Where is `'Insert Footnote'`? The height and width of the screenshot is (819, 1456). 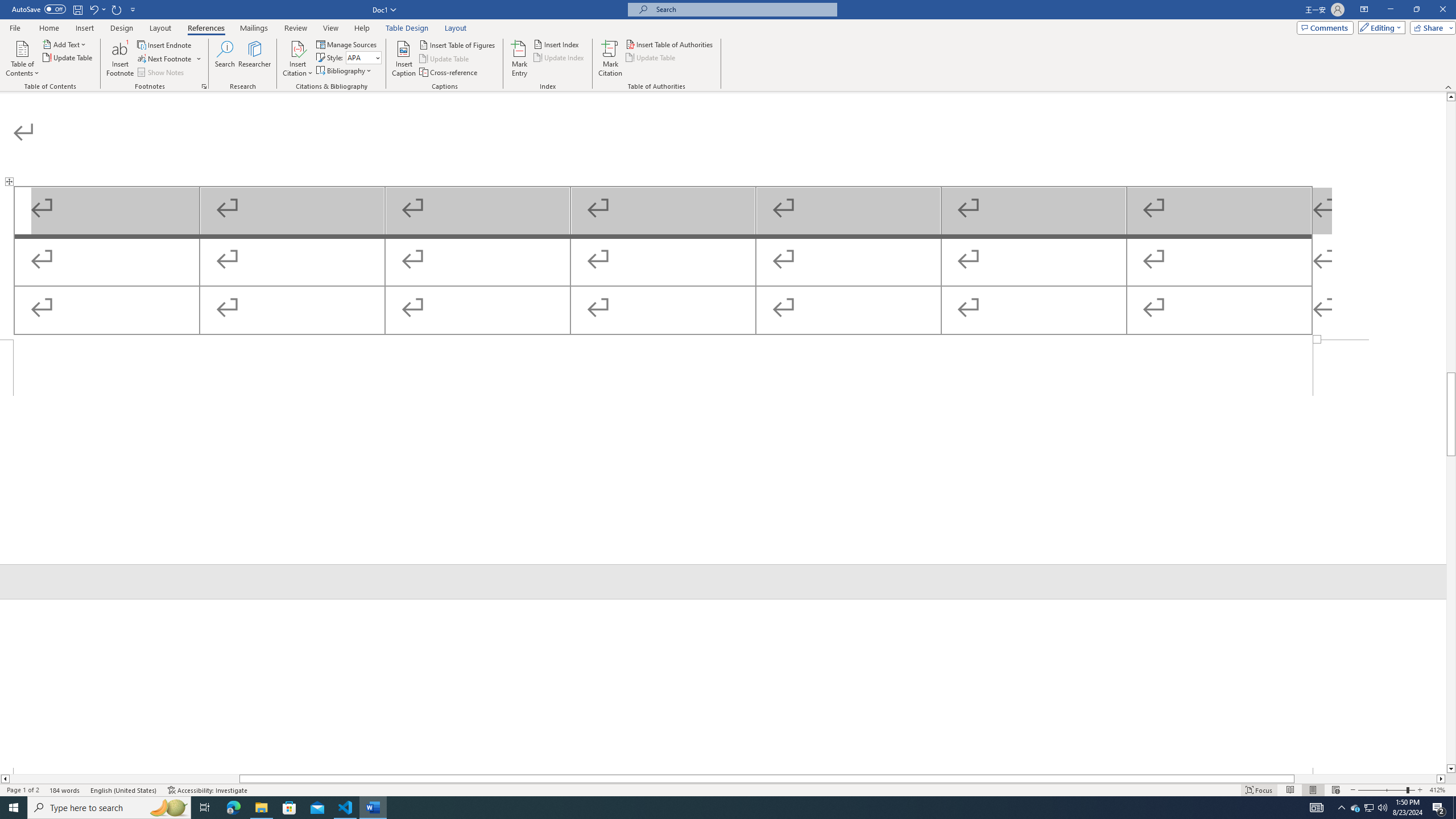
'Insert Footnote' is located at coordinates (120, 59).